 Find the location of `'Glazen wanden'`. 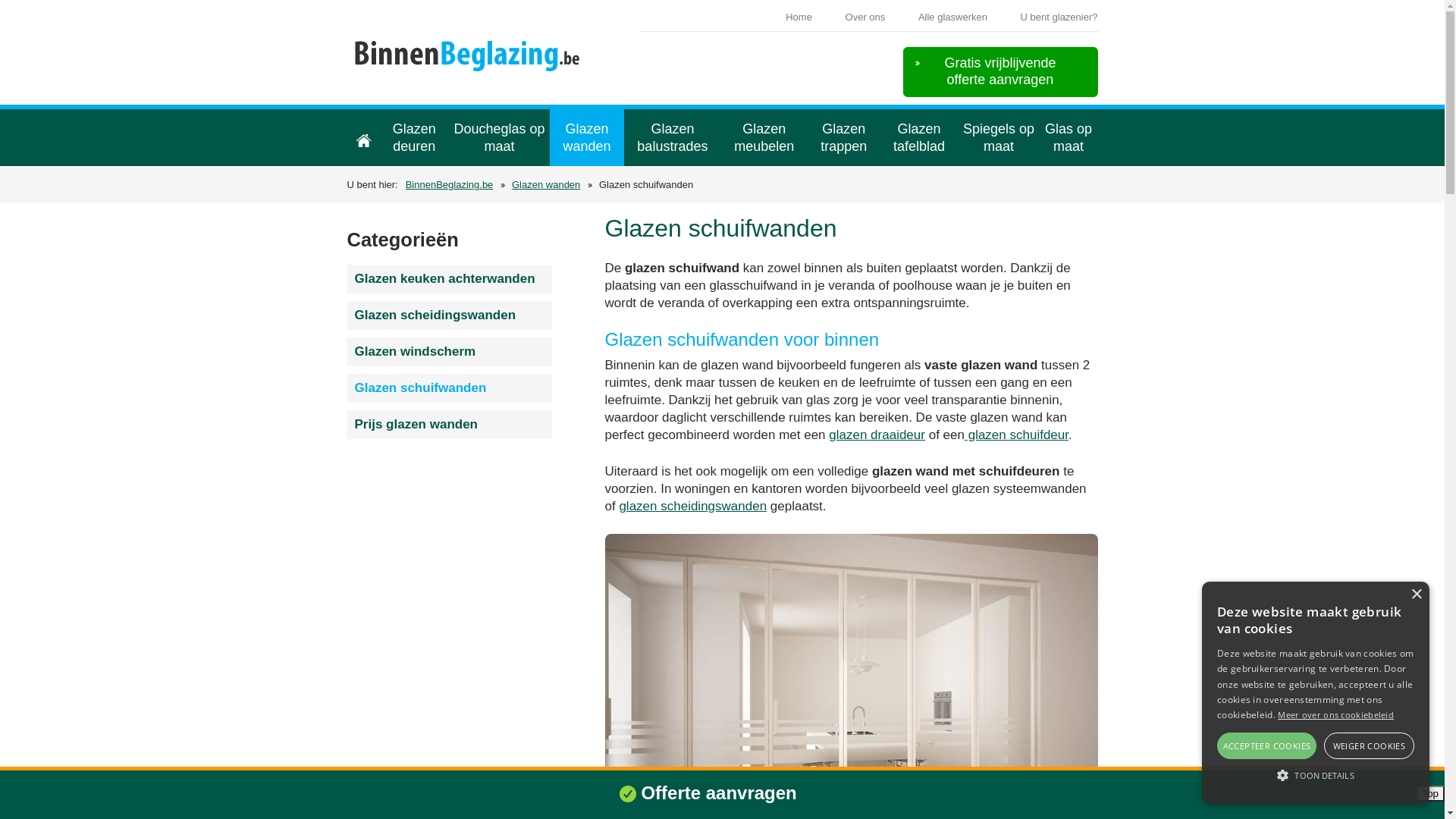

'Glazen wanden' is located at coordinates (546, 184).